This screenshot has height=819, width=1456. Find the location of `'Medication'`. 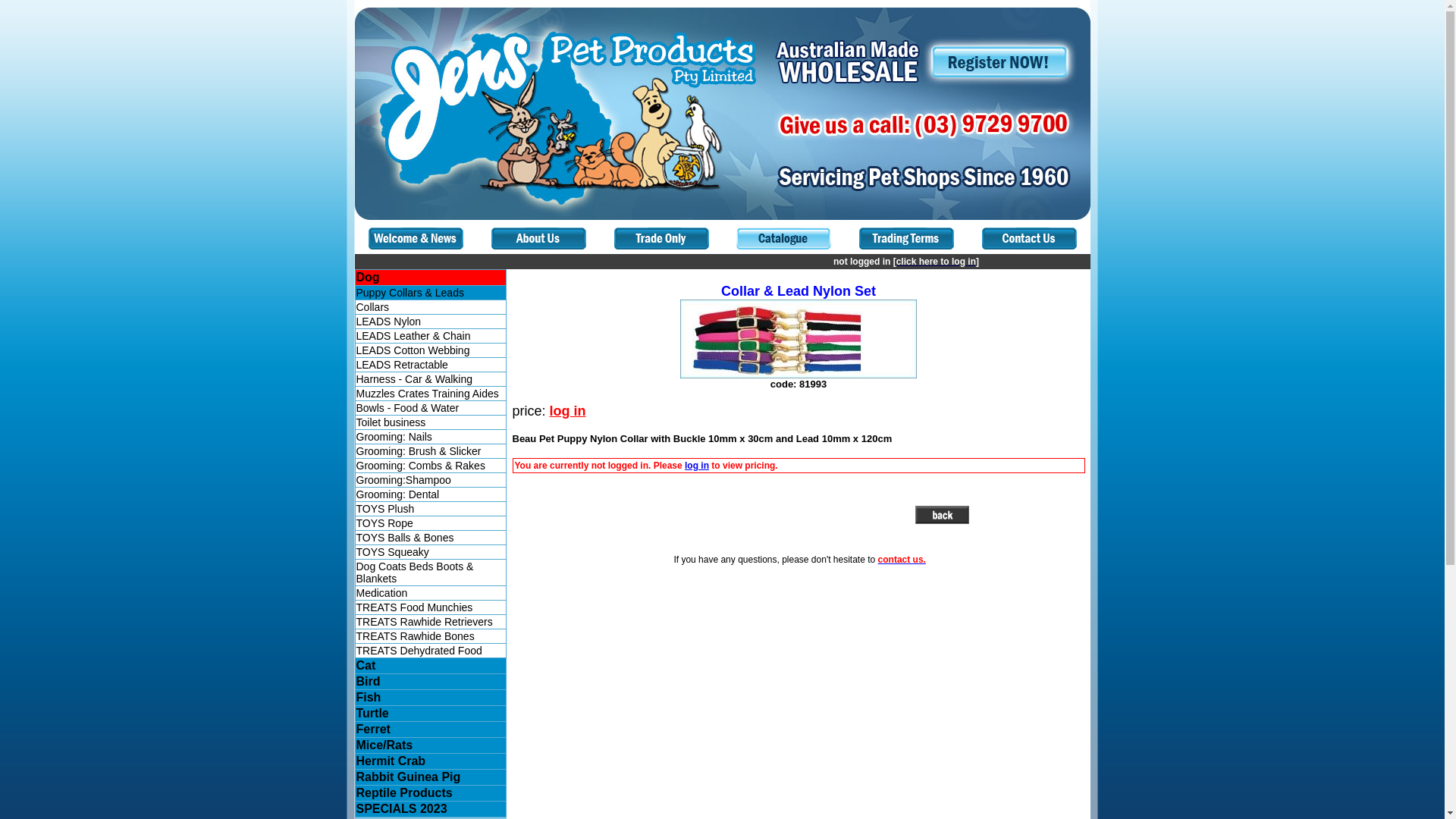

'Medication' is located at coordinates (382, 592).